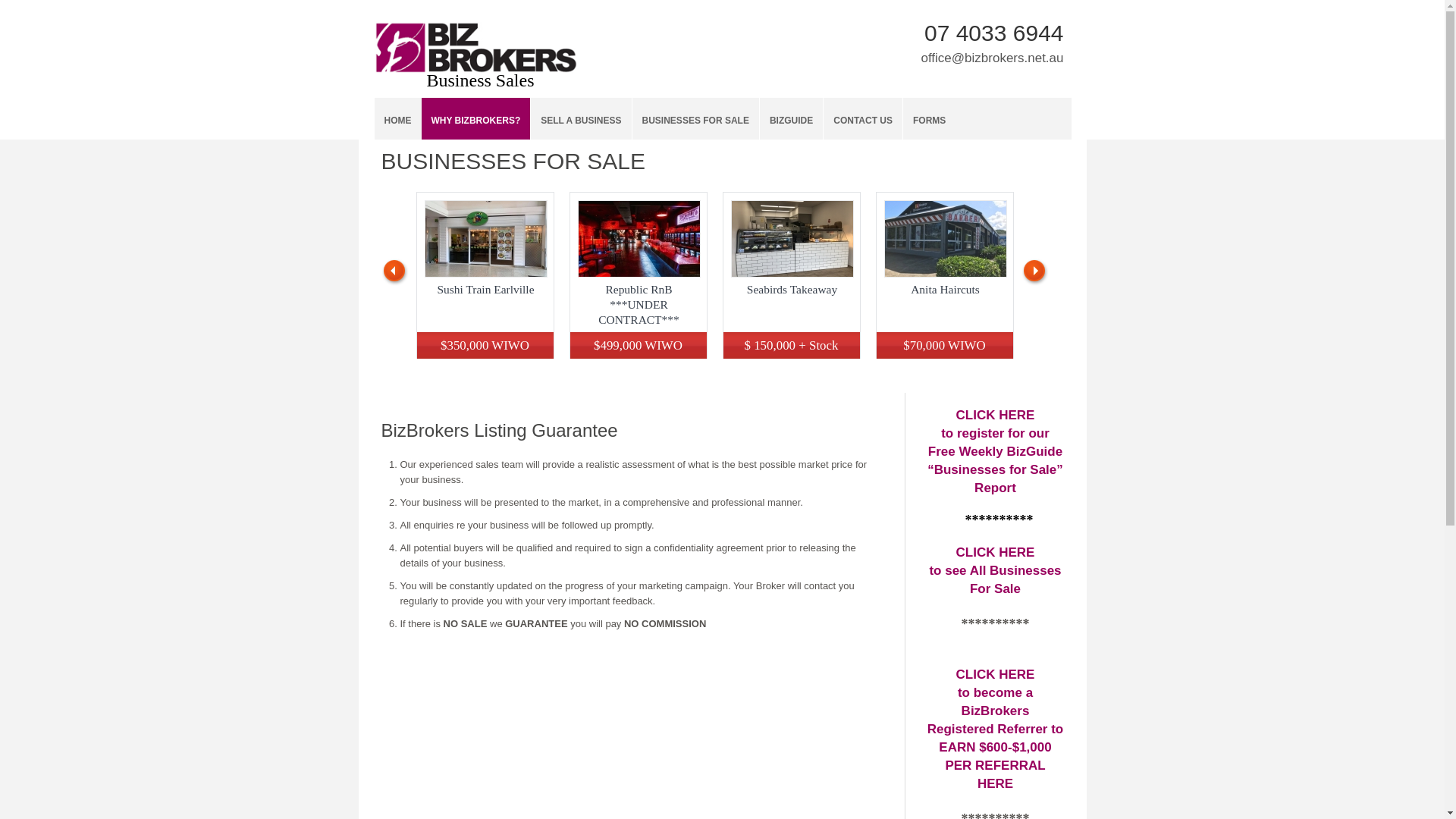 The width and height of the screenshot is (1456, 819). I want to click on 'office@bizbrokers.net.au', so click(992, 57).